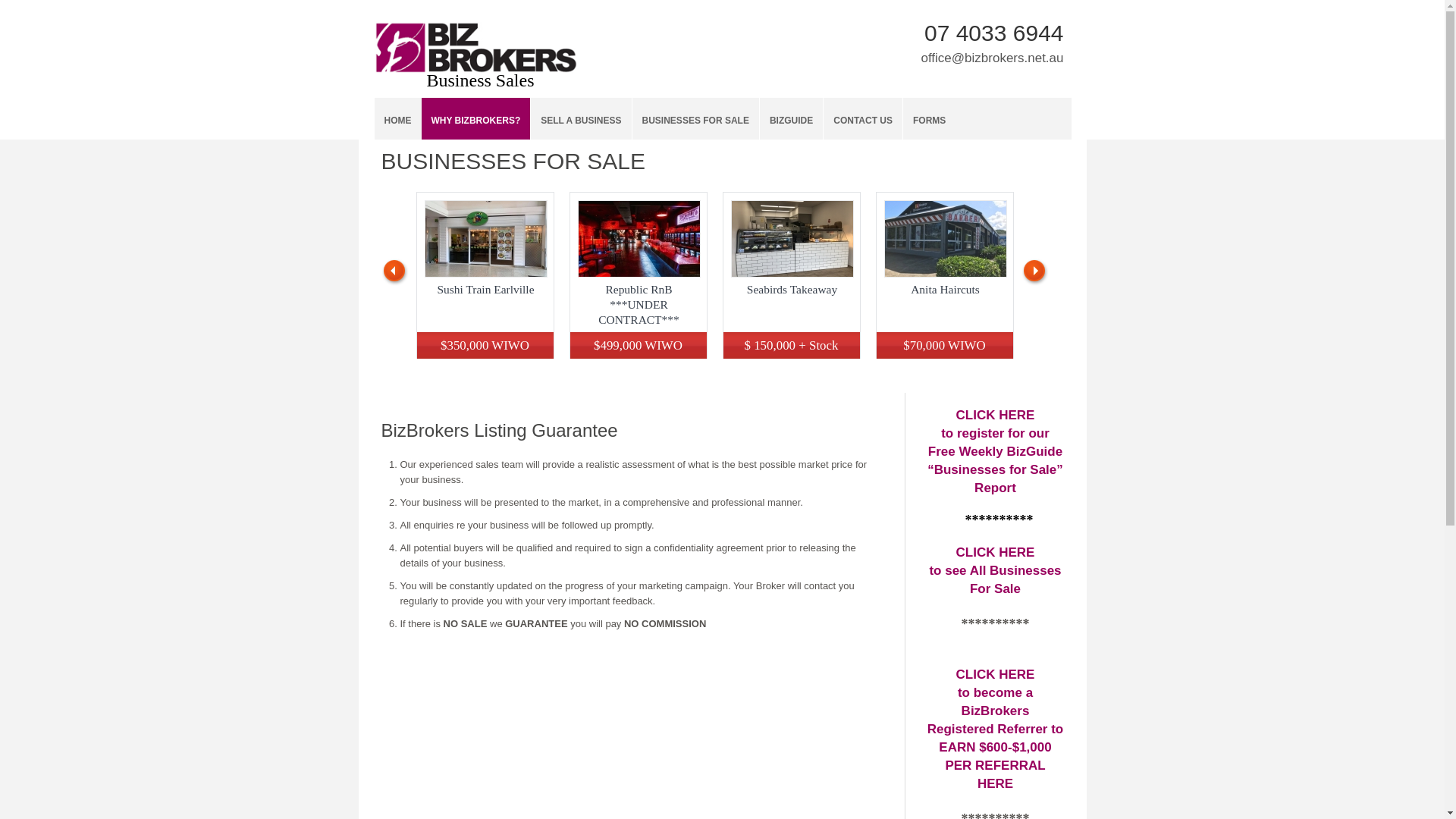 The width and height of the screenshot is (1456, 819). I want to click on 'office@bizbrokers.net.au', so click(992, 57).